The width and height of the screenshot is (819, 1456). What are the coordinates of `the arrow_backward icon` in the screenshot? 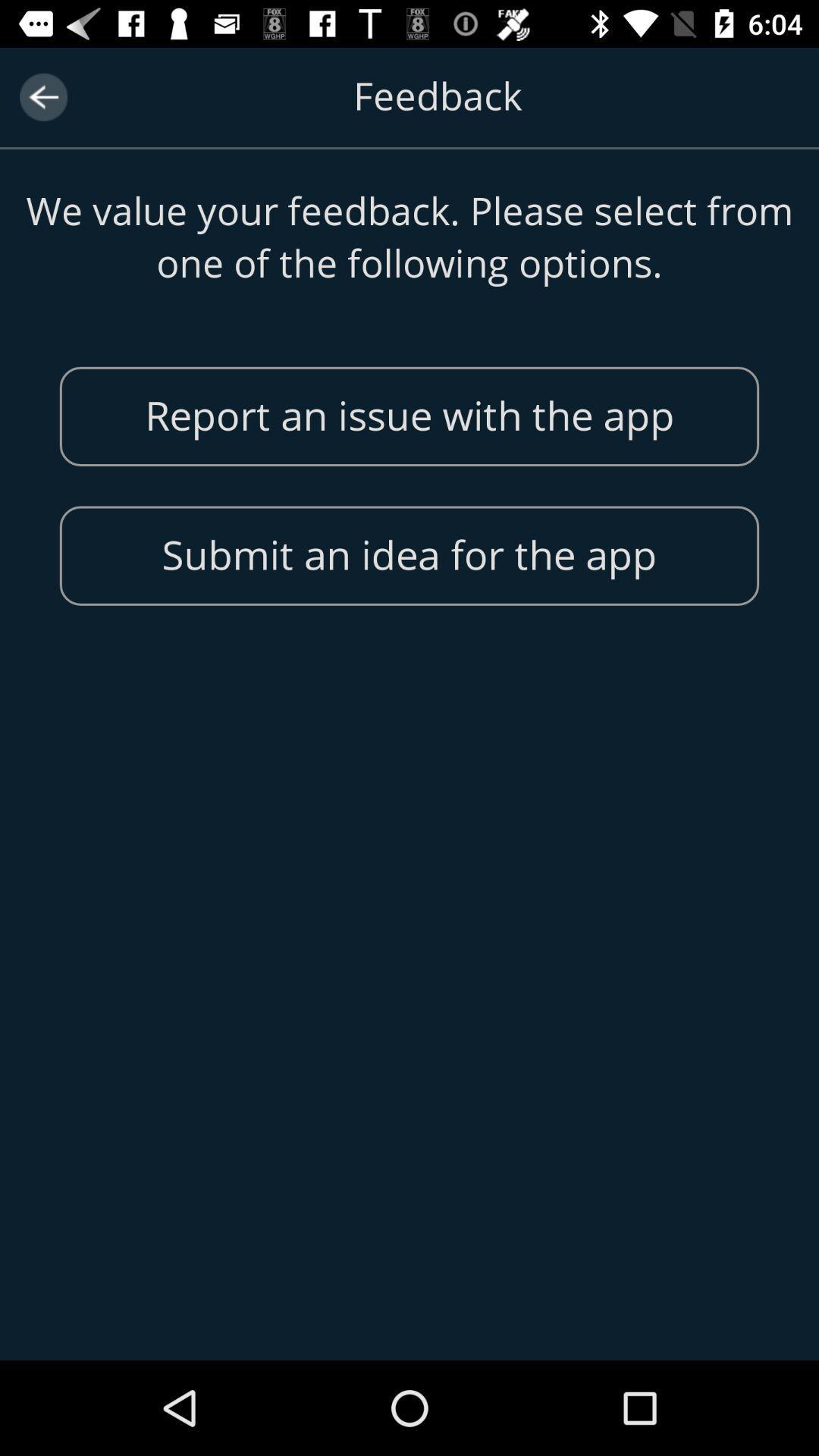 It's located at (42, 96).